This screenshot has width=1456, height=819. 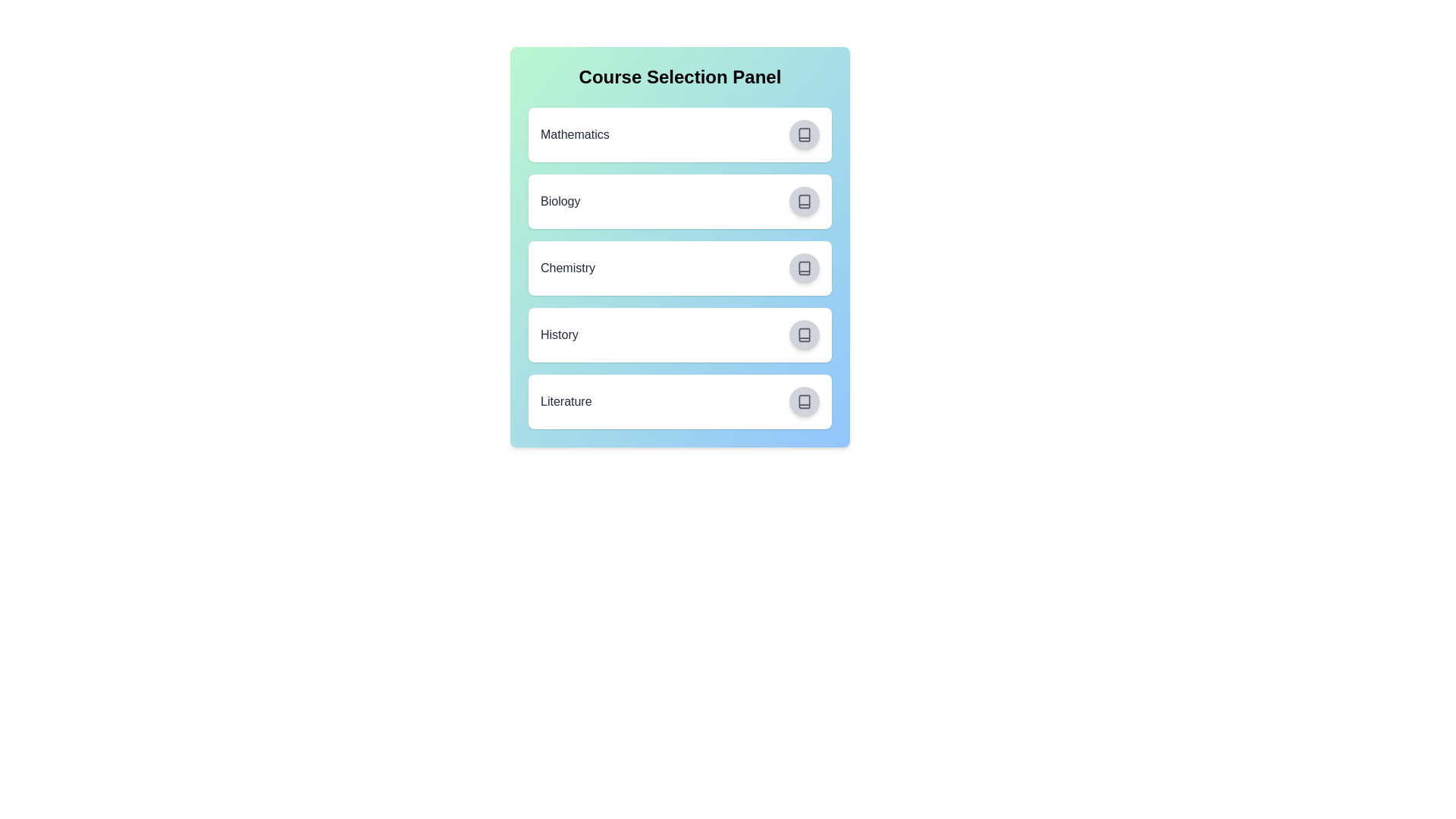 What do you see at coordinates (803, 133) in the screenshot?
I see `the course Mathematics by clicking its associated button` at bounding box center [803, 133].